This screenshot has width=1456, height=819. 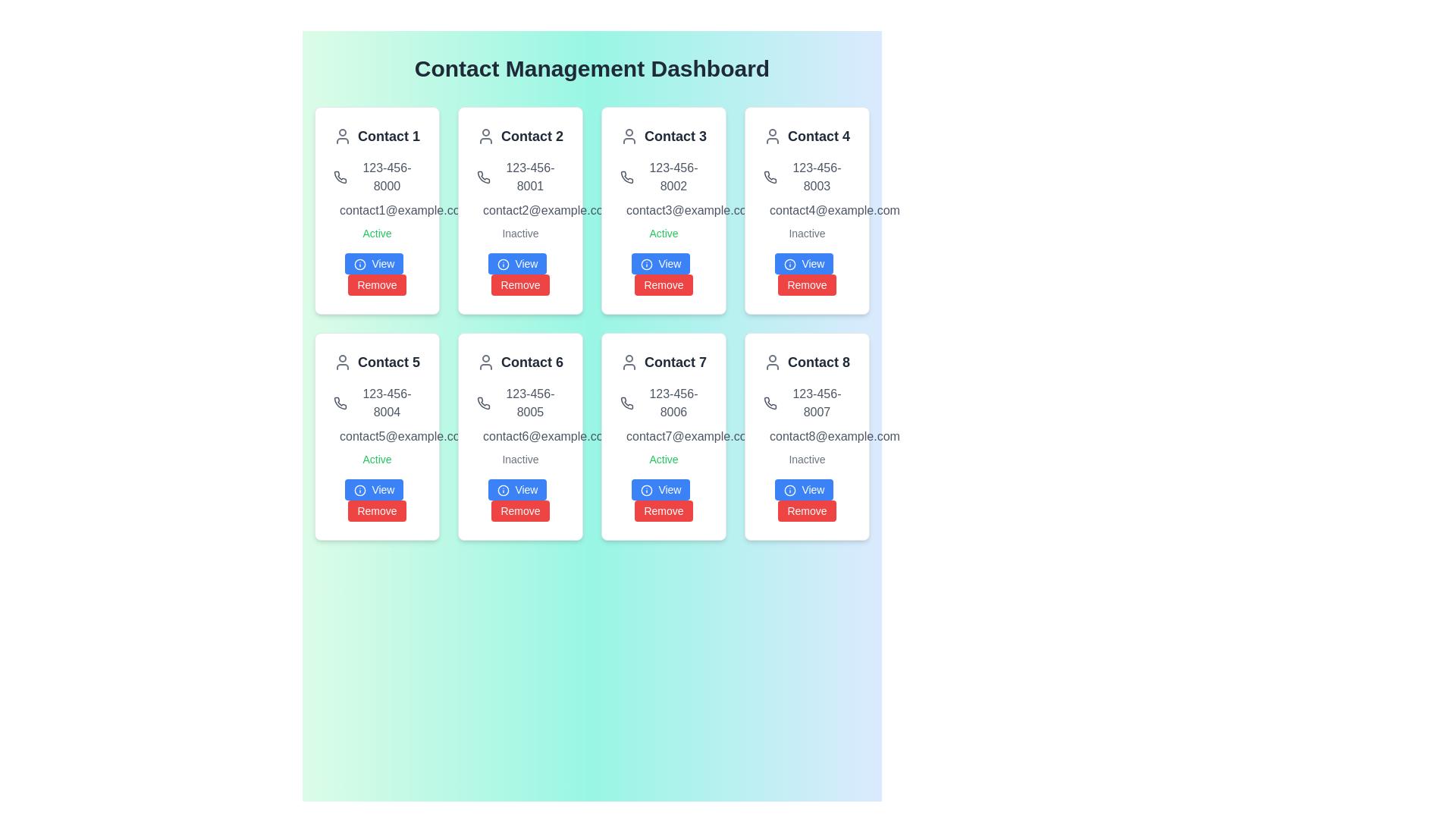 I want to click on phone number displayed in the Text display element located beneath the contact name in the 'Contact 7' card of the Contact Management Dashboard, so click(x=664, y=403).